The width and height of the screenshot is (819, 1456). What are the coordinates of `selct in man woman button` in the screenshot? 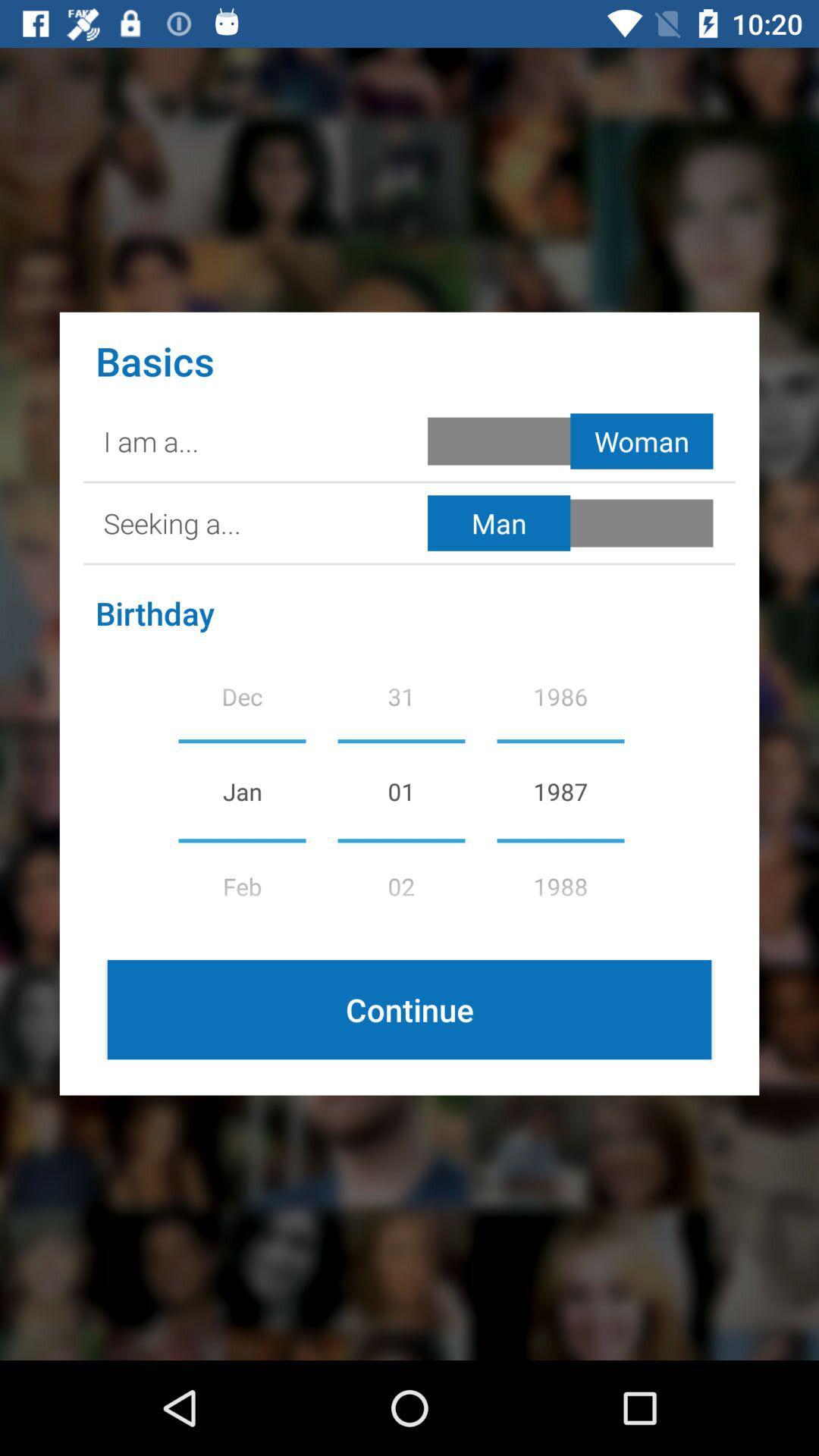 It's located at (573, 523).